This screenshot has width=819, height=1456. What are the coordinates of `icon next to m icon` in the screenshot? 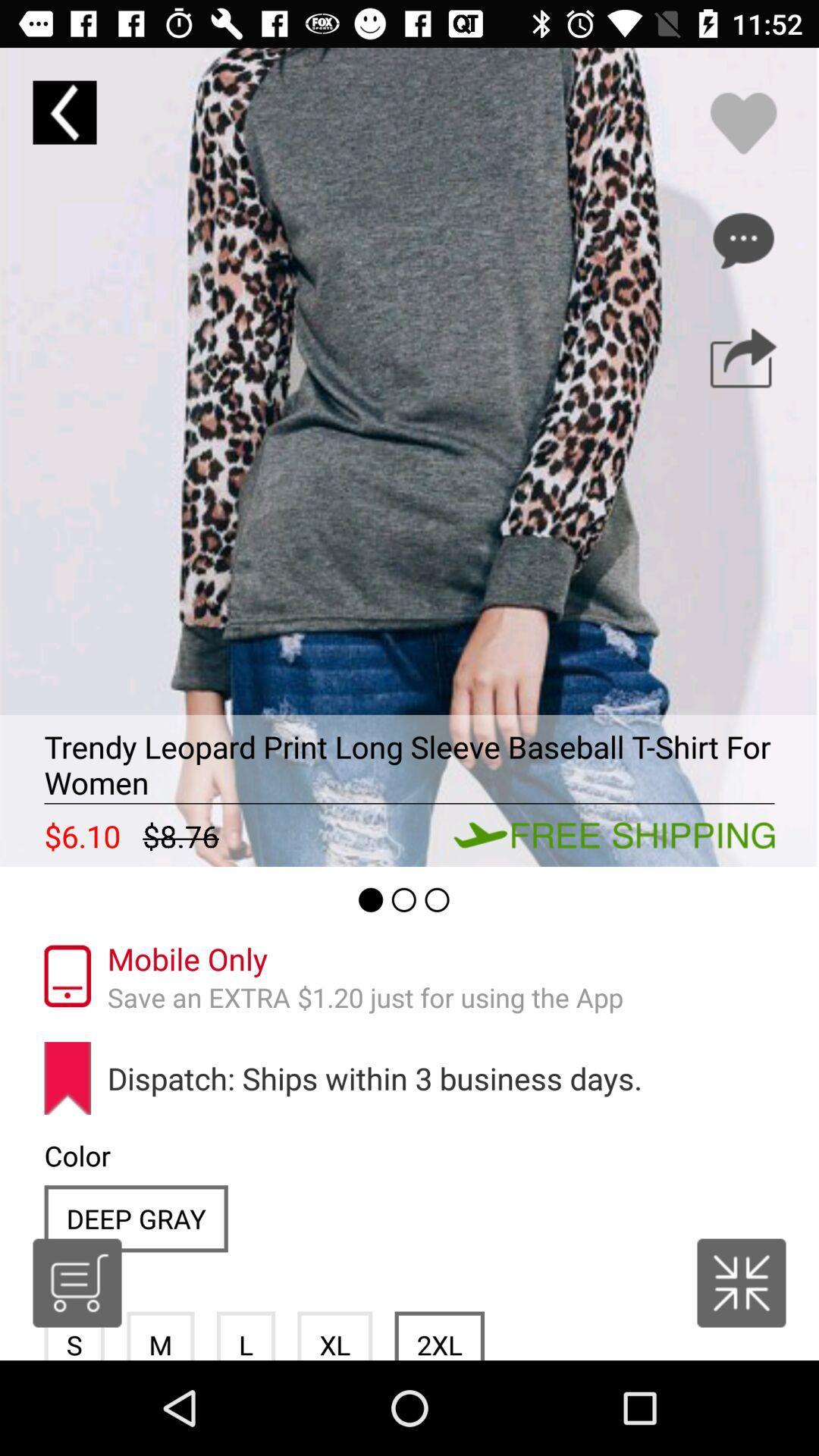 It's located at (77, 1282).